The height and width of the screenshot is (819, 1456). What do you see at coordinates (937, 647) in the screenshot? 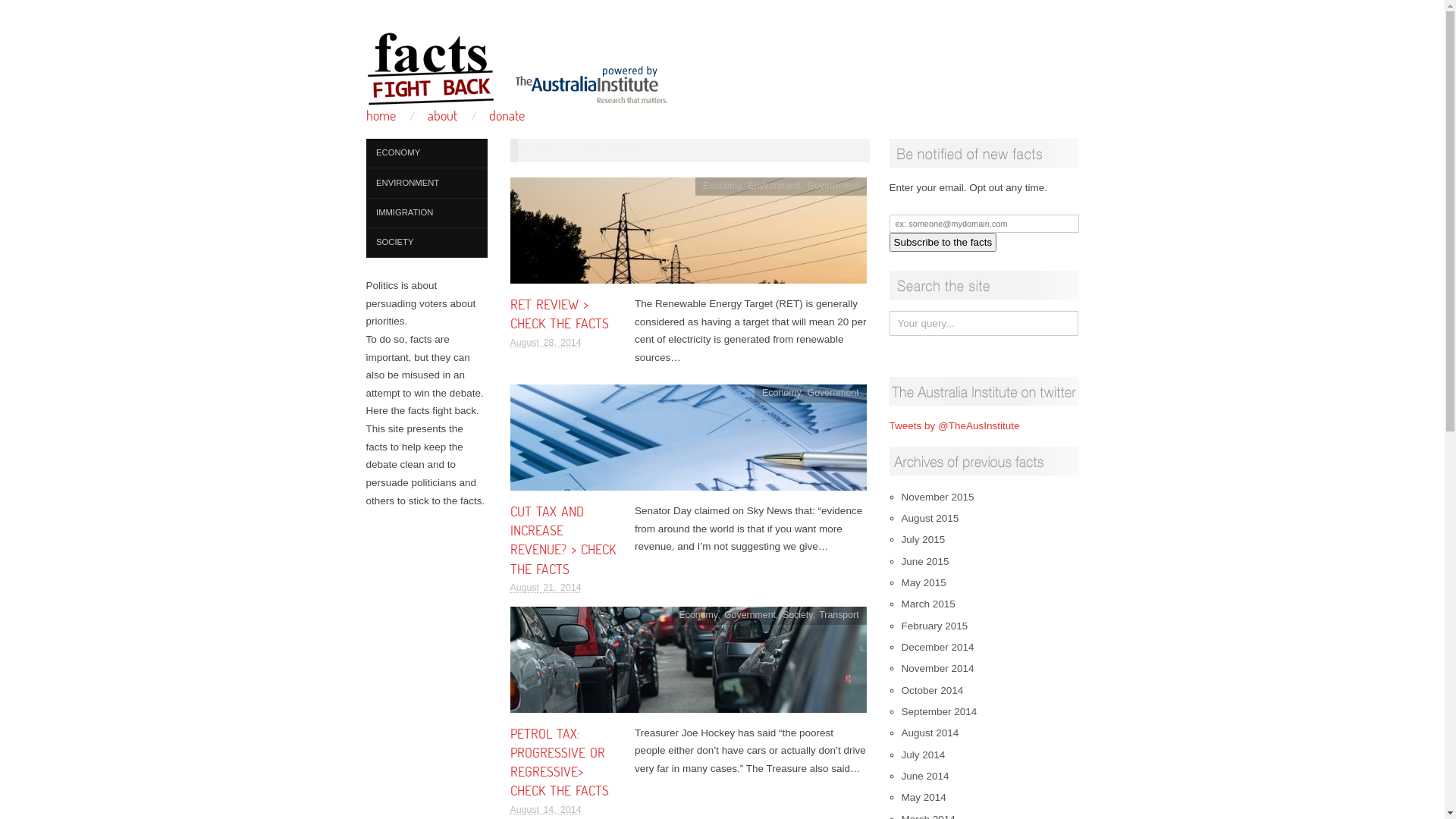
I see `'December 2014'` at bounding box center [937, 647].